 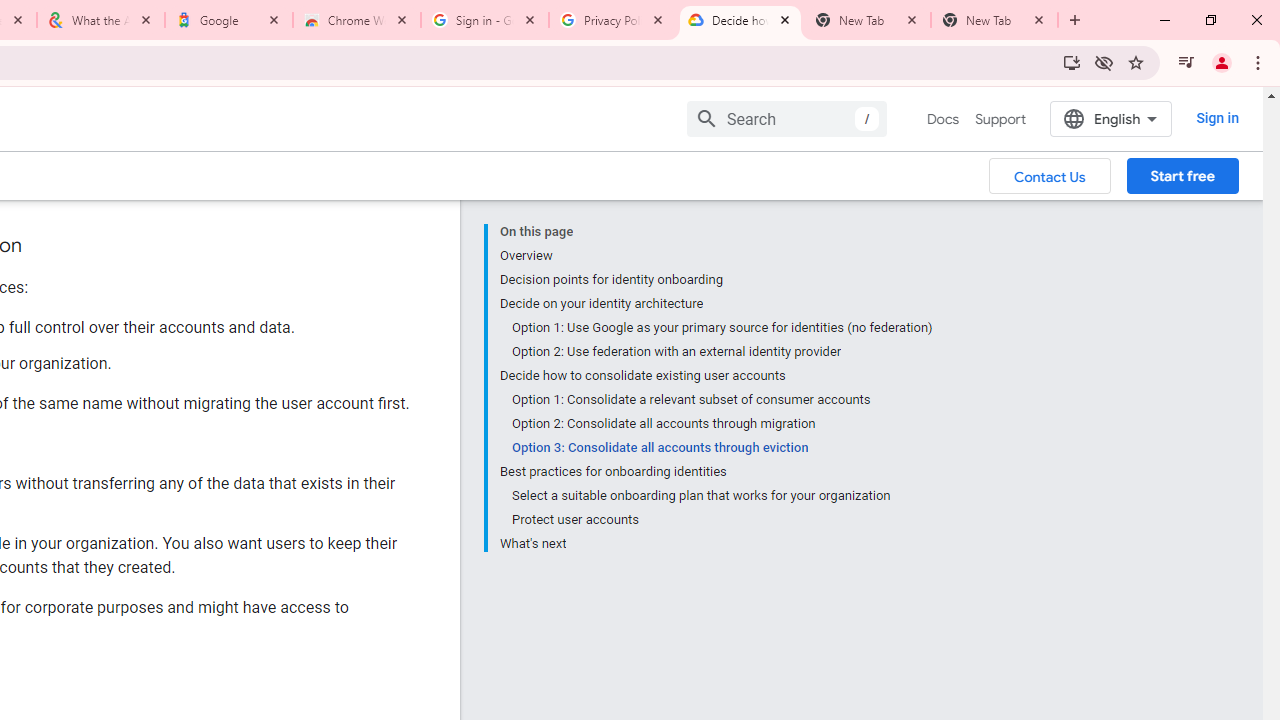 I want to click on 'Control your music, videos, and more', so click(x=1185, y=61).